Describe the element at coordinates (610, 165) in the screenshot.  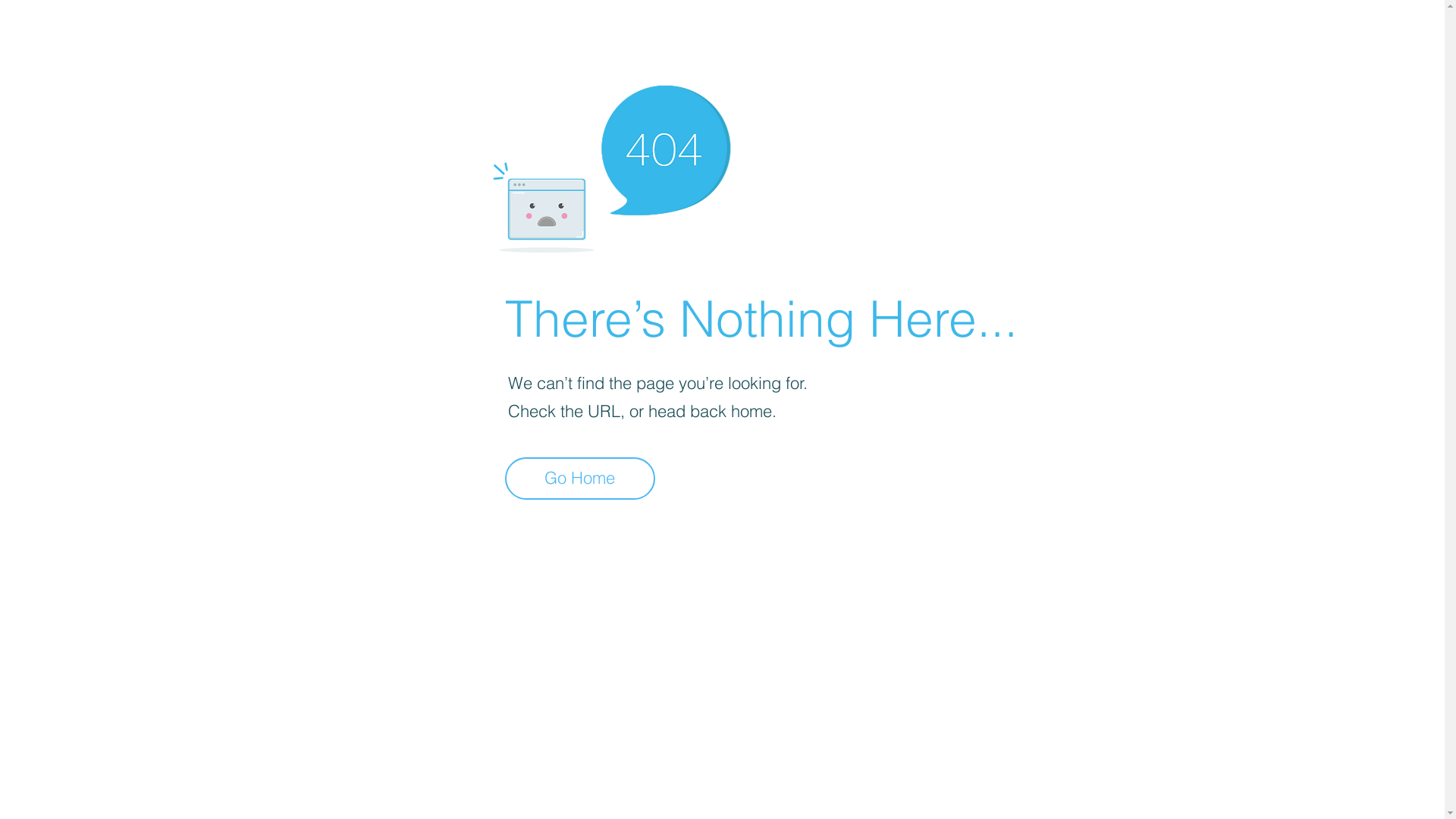
I see `'404-icon_2.png'` at that location.